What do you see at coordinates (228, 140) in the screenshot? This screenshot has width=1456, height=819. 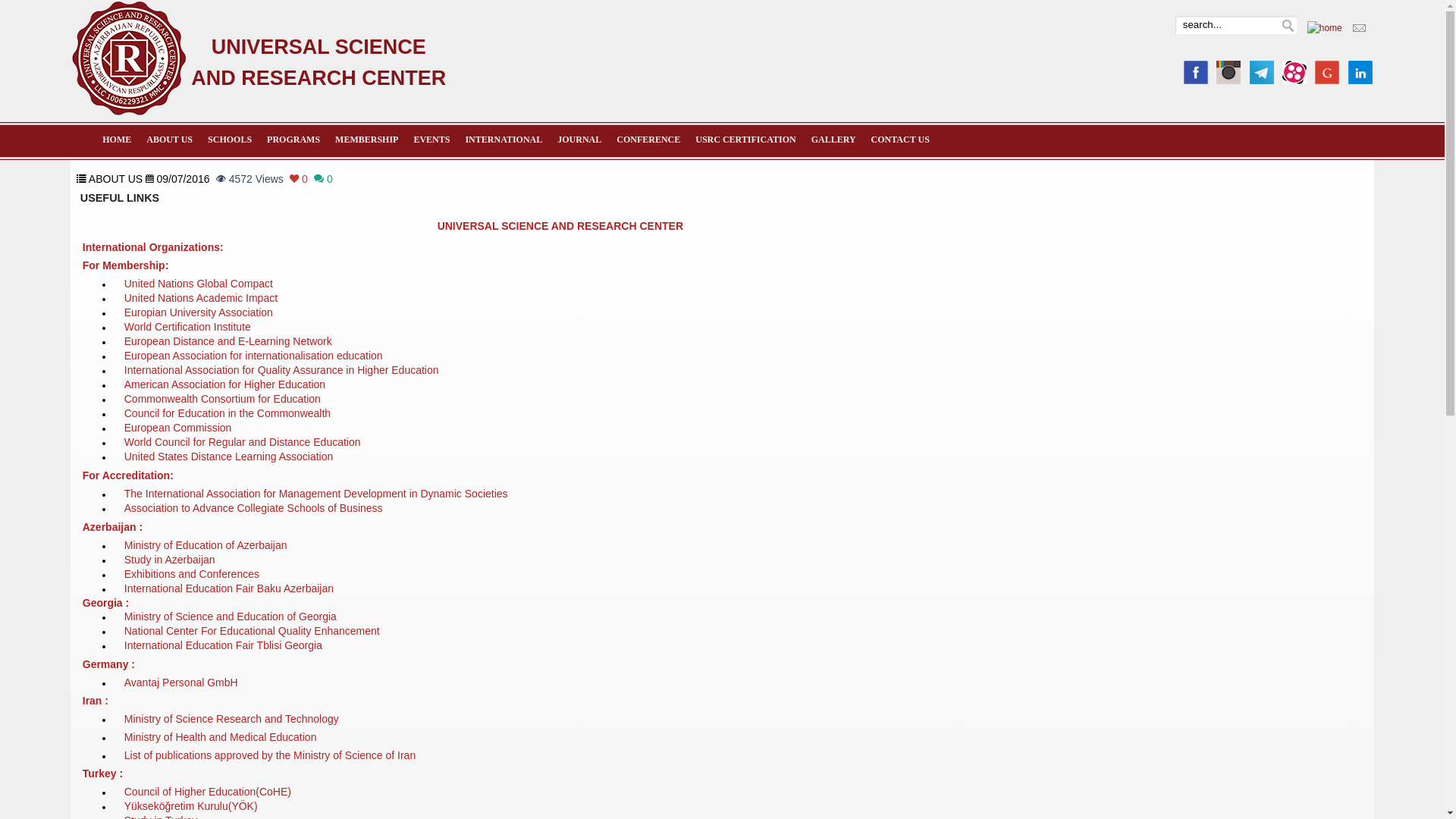 I see `'SCHOOLS'` at bounding box center [228, 140].